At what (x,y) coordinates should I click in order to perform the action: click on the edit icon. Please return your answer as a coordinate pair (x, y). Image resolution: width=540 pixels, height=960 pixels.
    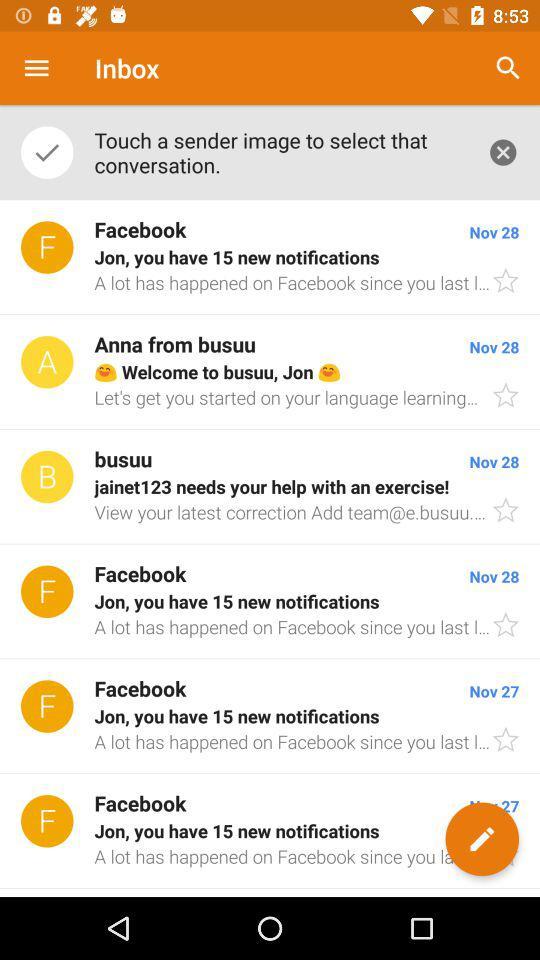
    Looking at the image, I should click on (481, 839).